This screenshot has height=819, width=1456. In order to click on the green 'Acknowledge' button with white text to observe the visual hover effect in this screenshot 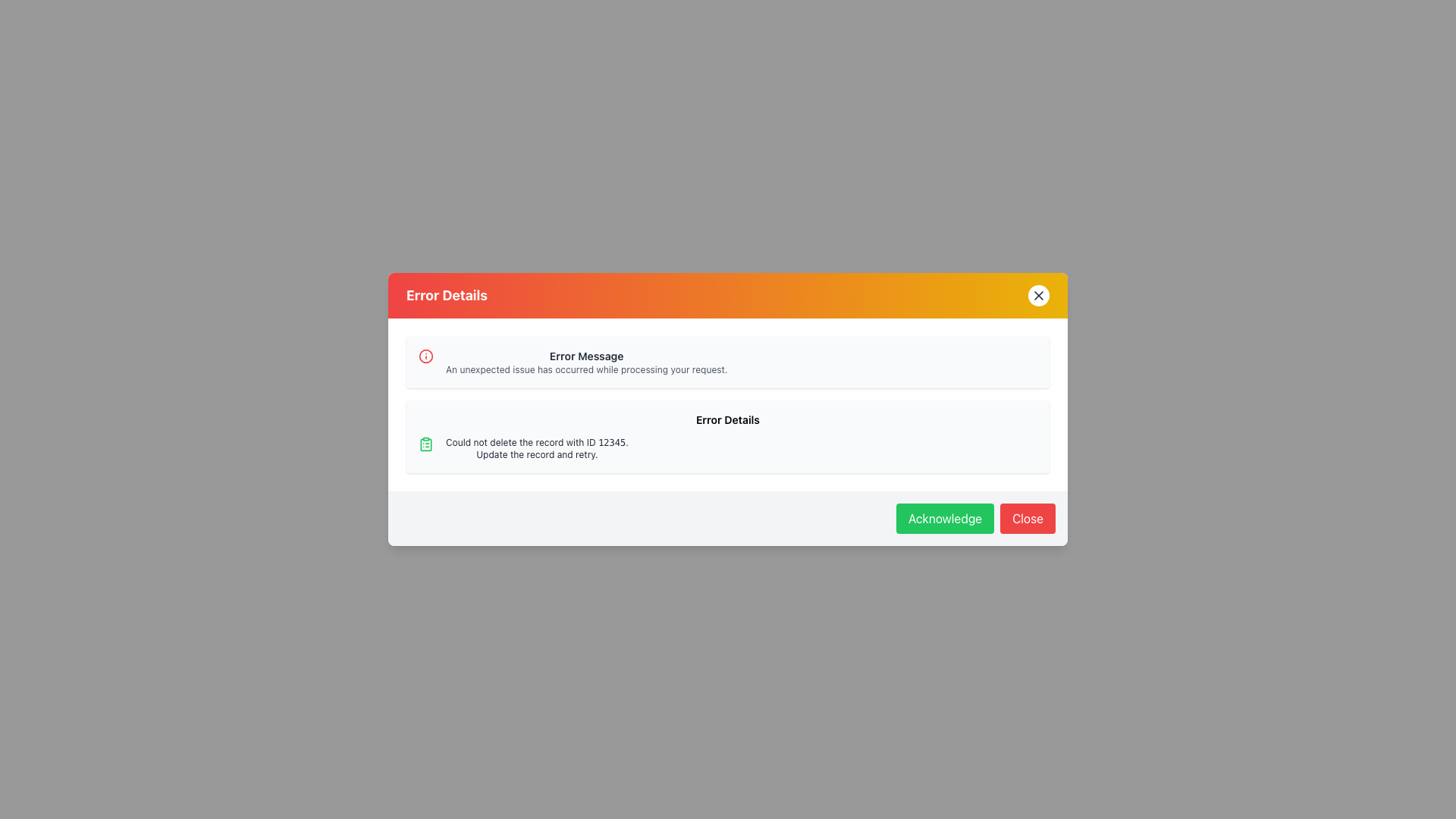, I will do `click(944, 517)`.